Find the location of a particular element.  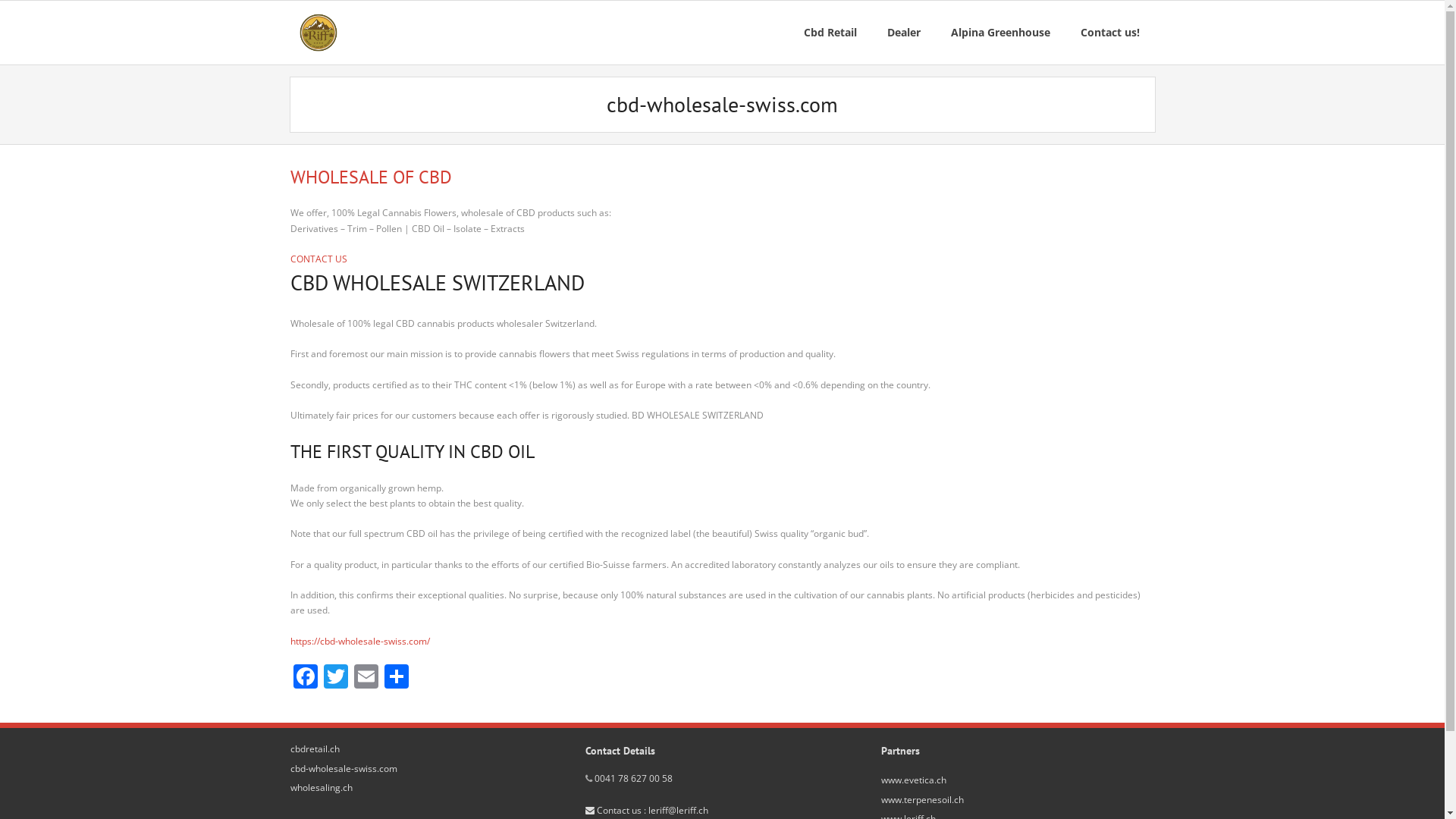

'www.terpenesoil.ch' is located at coordinates (880, 799).